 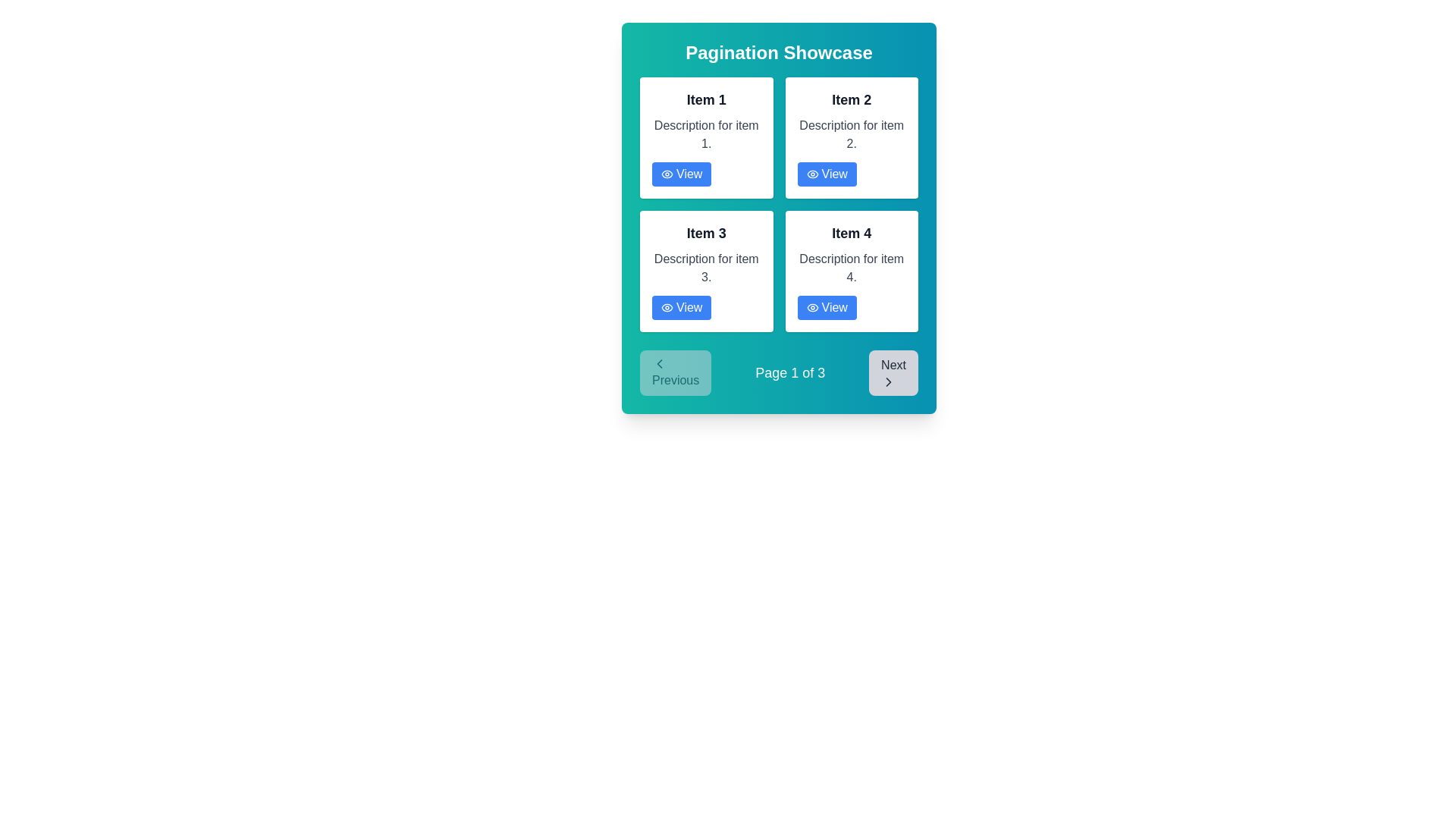 What do you see at coordinates (681, 307) in the screenshot?
I see `the 'View' button for 'Item 3'` at bounding box center [681, 307].